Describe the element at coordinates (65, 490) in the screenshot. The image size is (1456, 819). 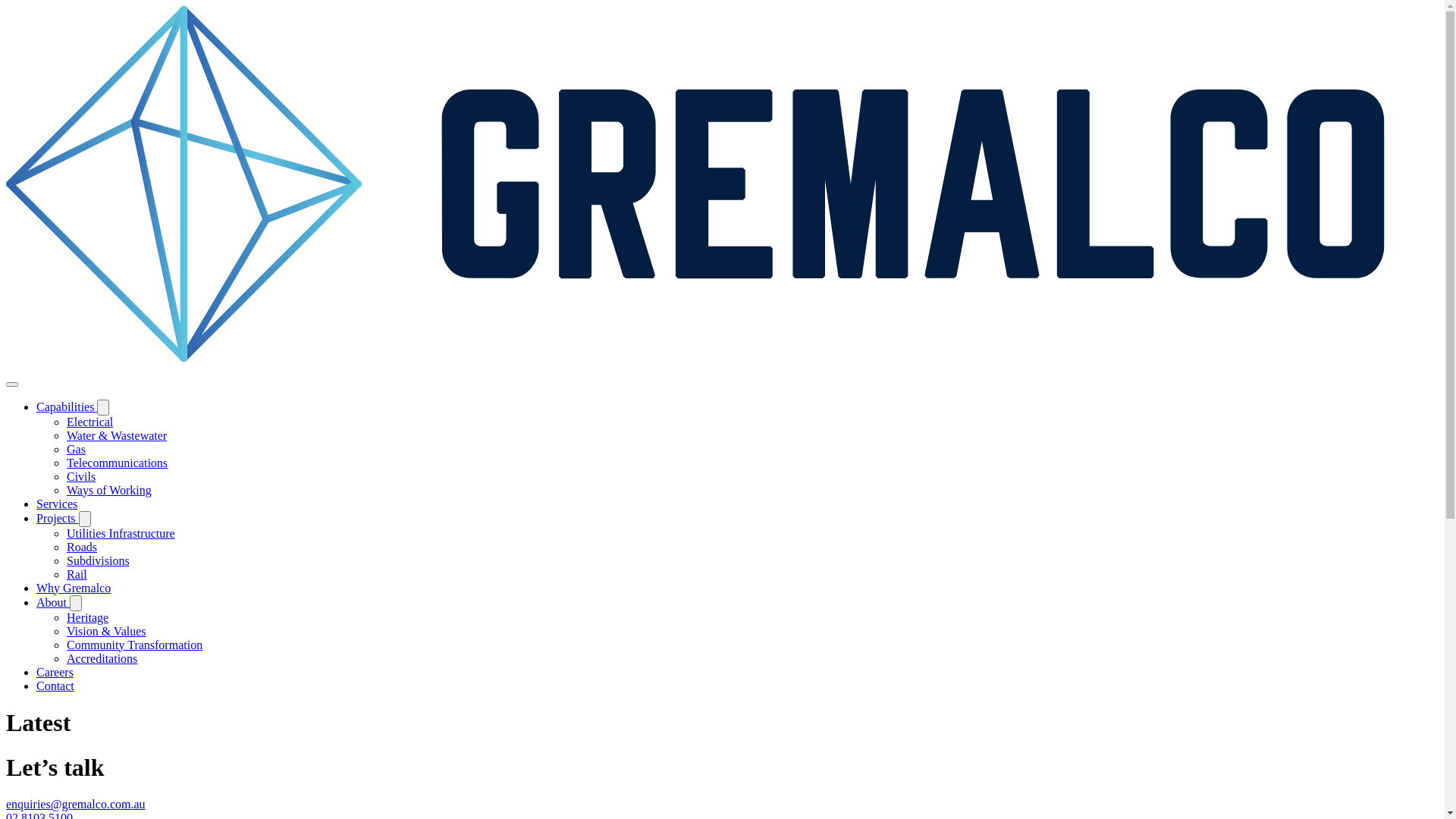
I see `'Ways of Working'` at that location.